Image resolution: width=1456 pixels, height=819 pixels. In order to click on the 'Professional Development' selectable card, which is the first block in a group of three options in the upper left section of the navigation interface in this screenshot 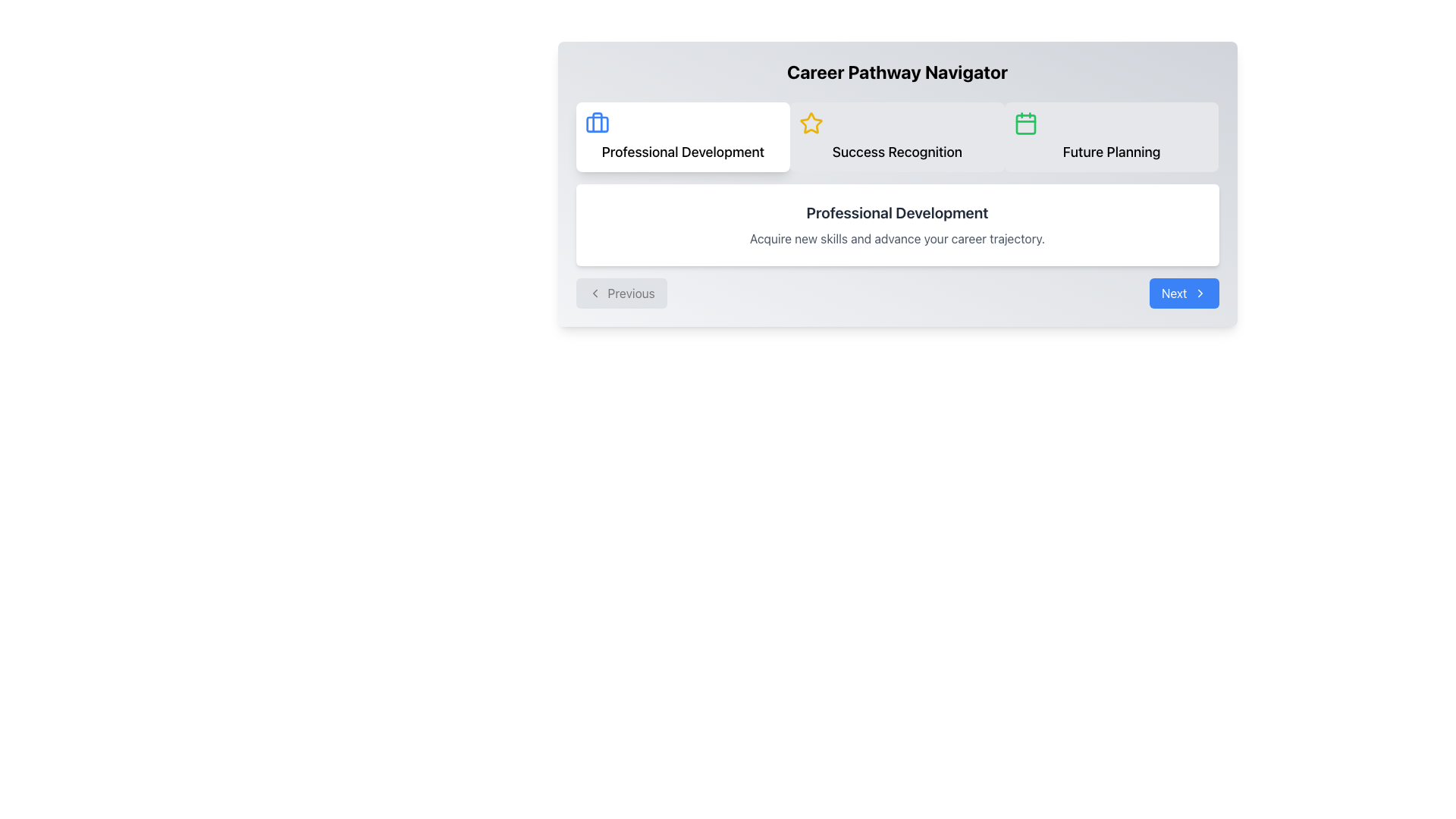, I will do `click(682, 137)`.